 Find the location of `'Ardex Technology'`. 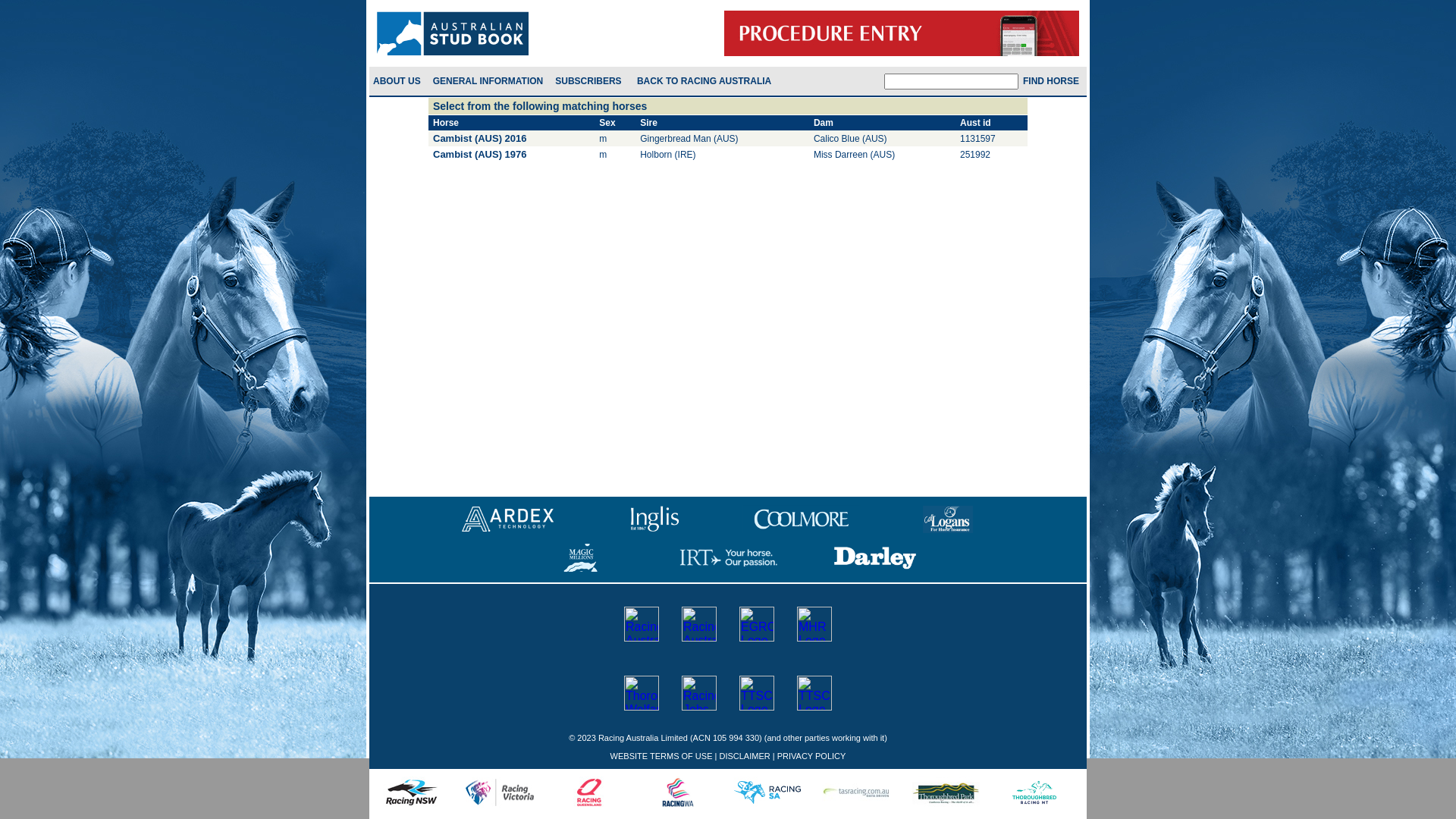

'Ardex Technology' is located at coordinates (507, 517).